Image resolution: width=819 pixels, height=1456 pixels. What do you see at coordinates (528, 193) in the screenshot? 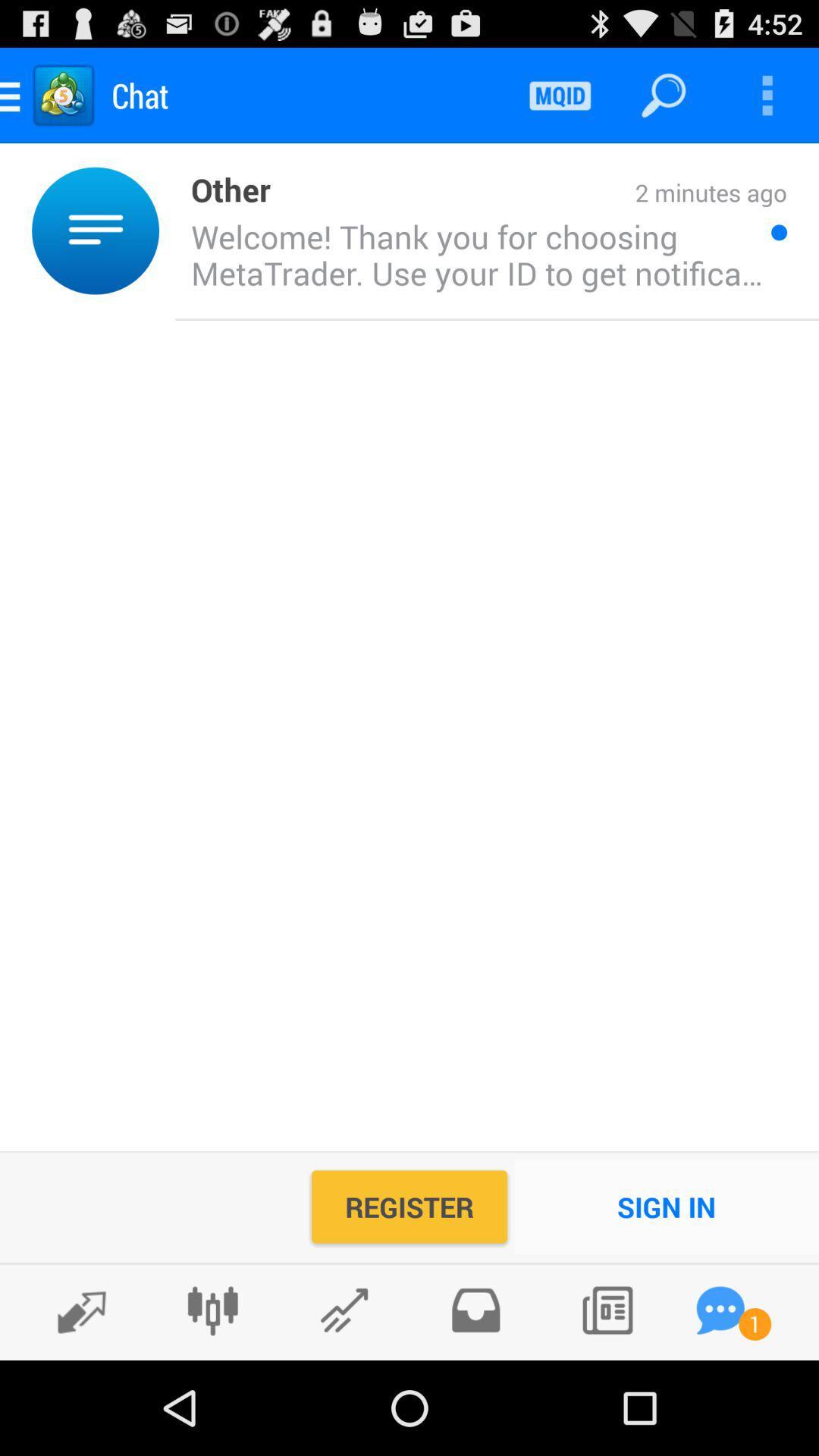
I see `the item above welcome thank you` at bounding box center [528, 193].